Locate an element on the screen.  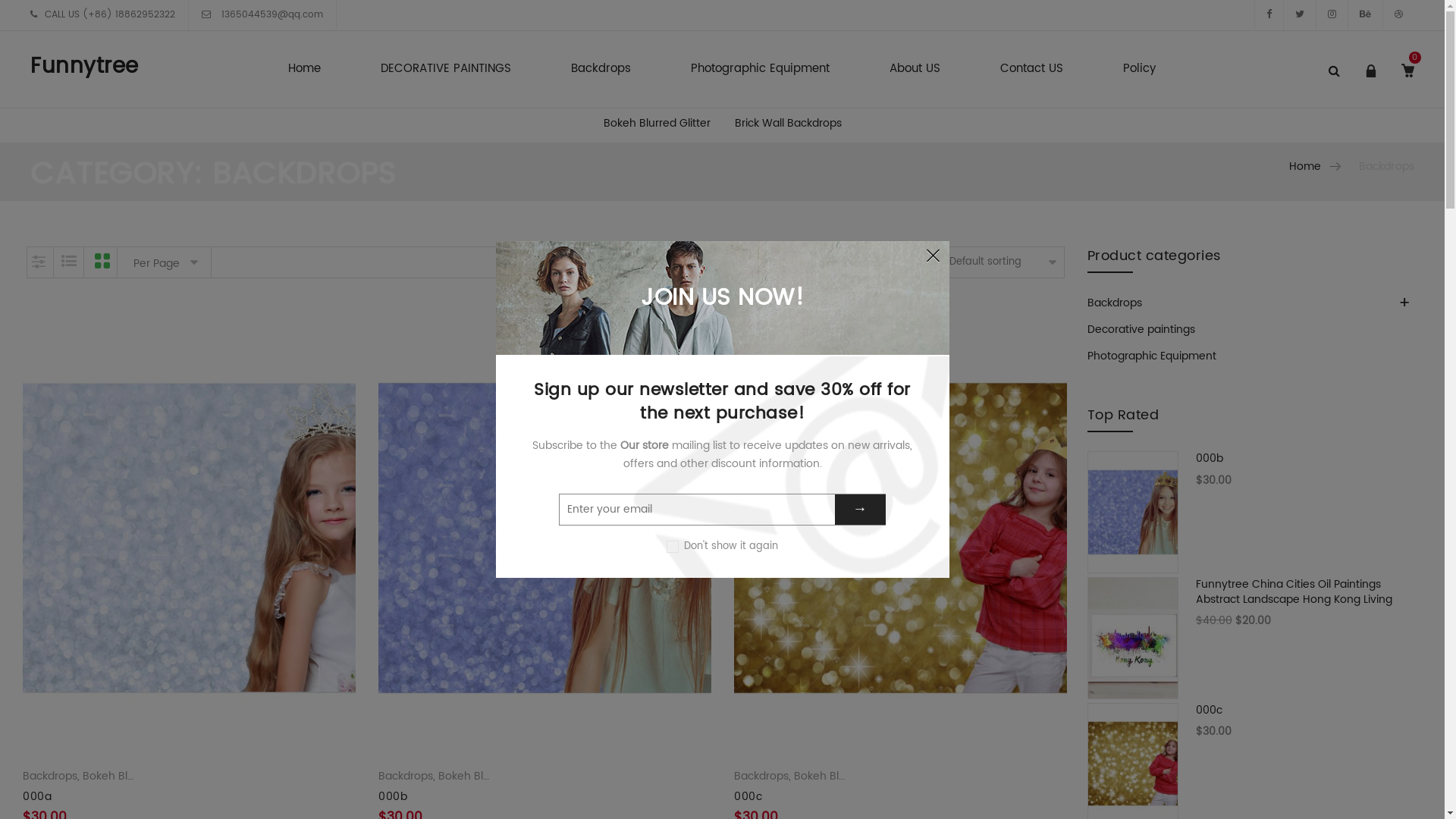
'List view' is located at coordinates (54, 262).